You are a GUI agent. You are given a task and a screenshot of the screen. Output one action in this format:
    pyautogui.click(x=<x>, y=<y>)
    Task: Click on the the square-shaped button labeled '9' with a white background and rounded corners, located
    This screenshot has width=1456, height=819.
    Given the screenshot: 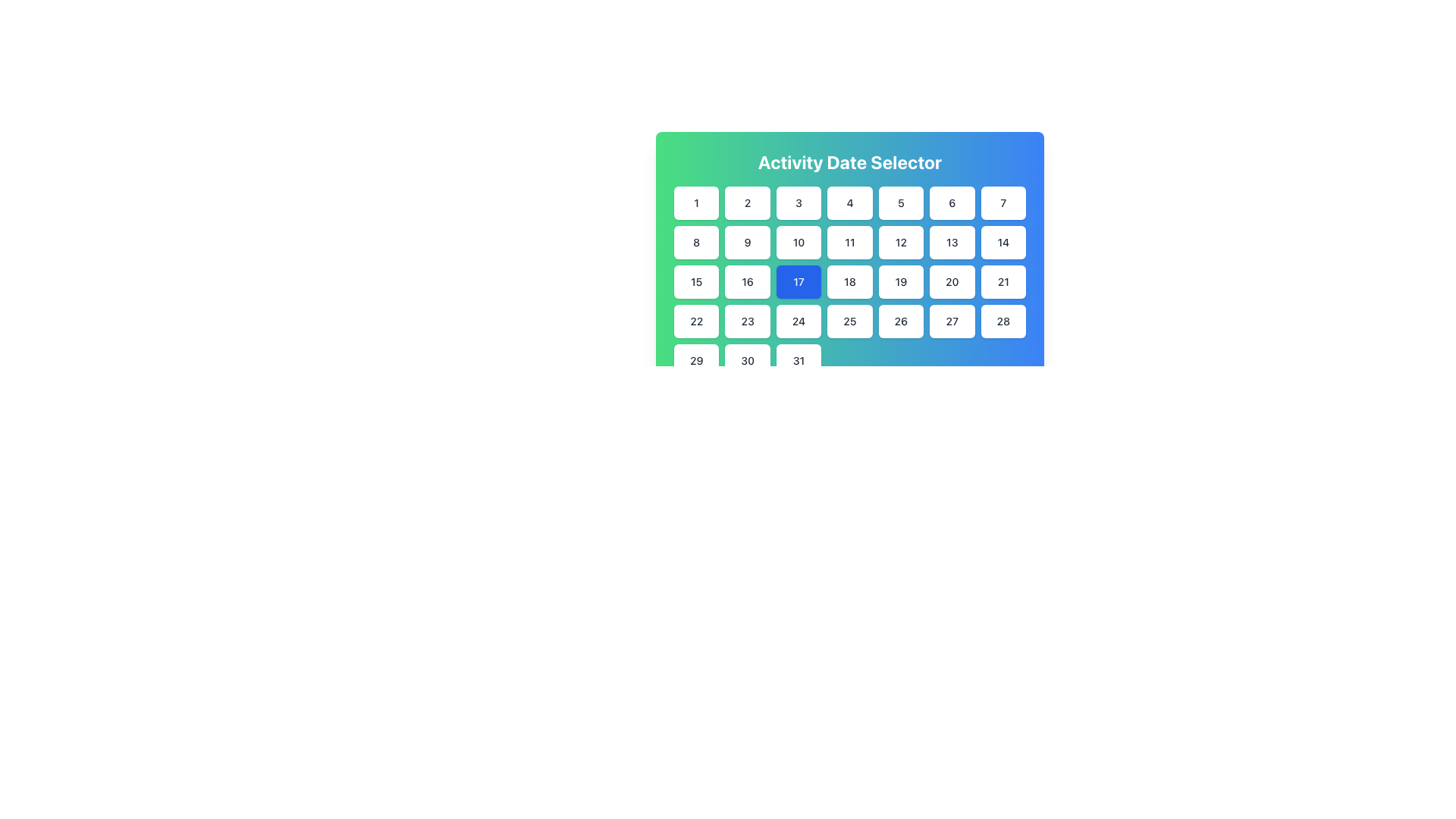 What is the action you would take?
    pyautogui.click(x=748, y=242)
    